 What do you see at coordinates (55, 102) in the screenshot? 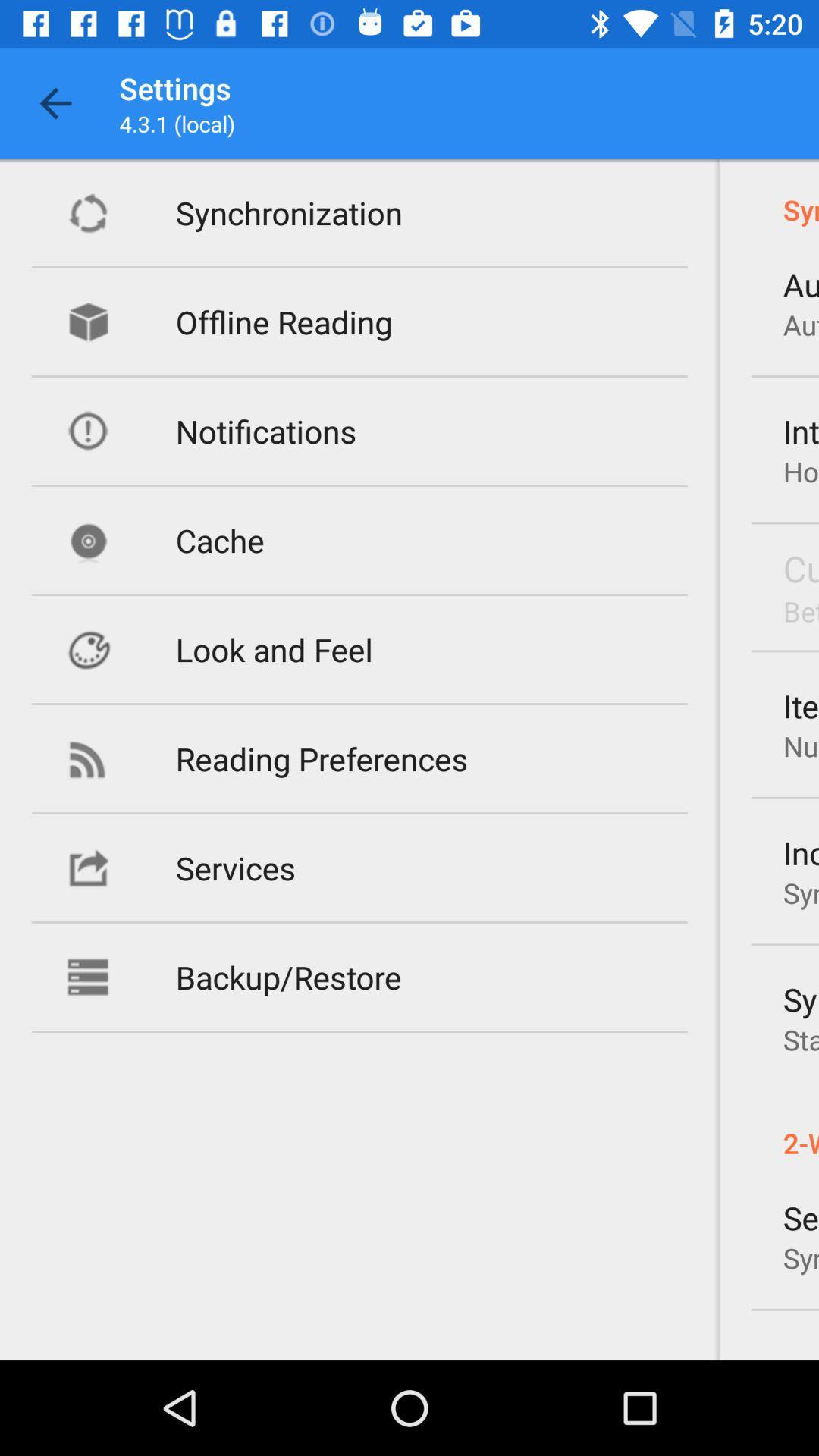
I see `item to the left of settings app` at bounding box center [55, 102].